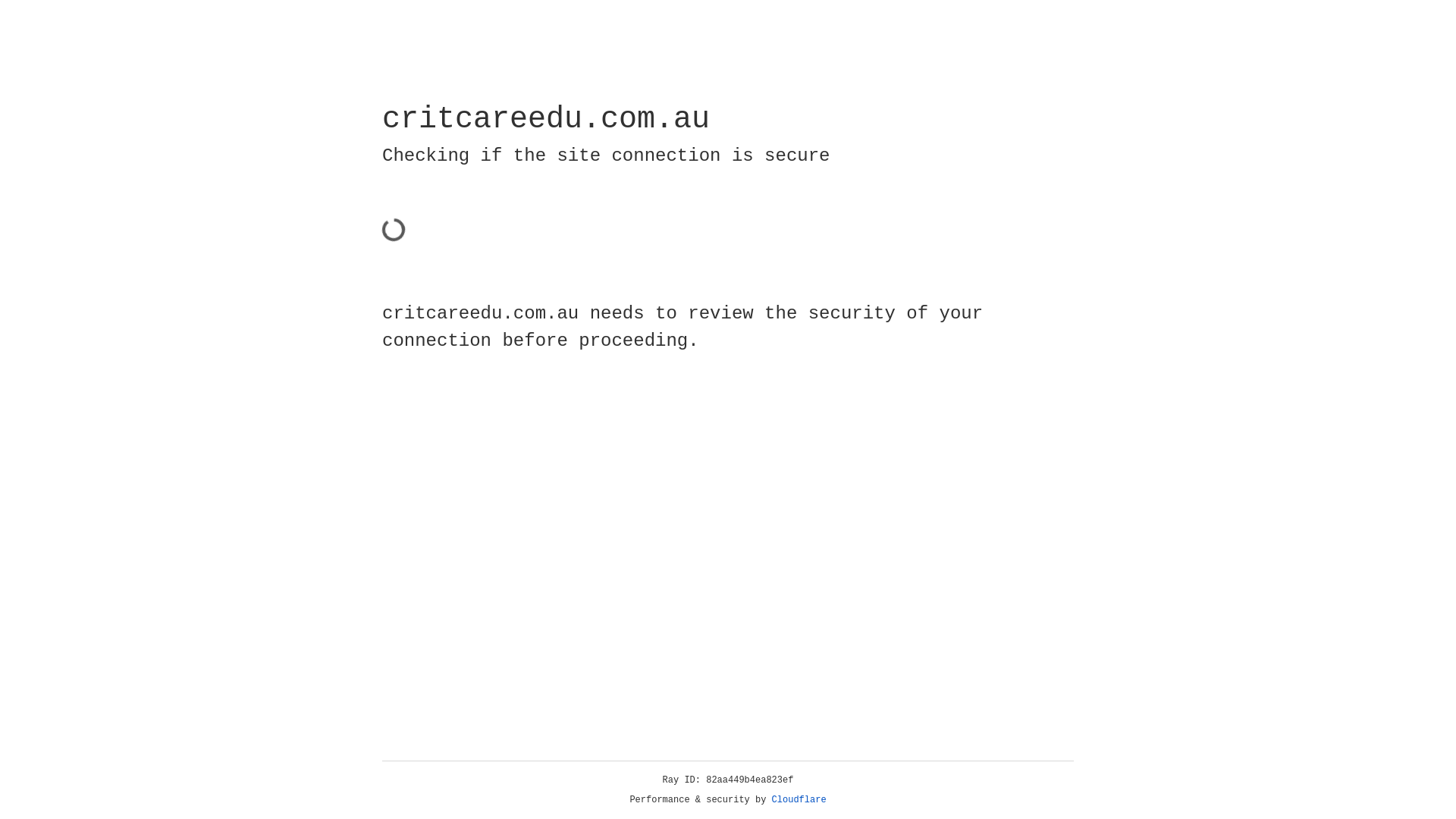 The image size is (1456, 819). I want to click on 'Cloudflare', so click(799, 799).